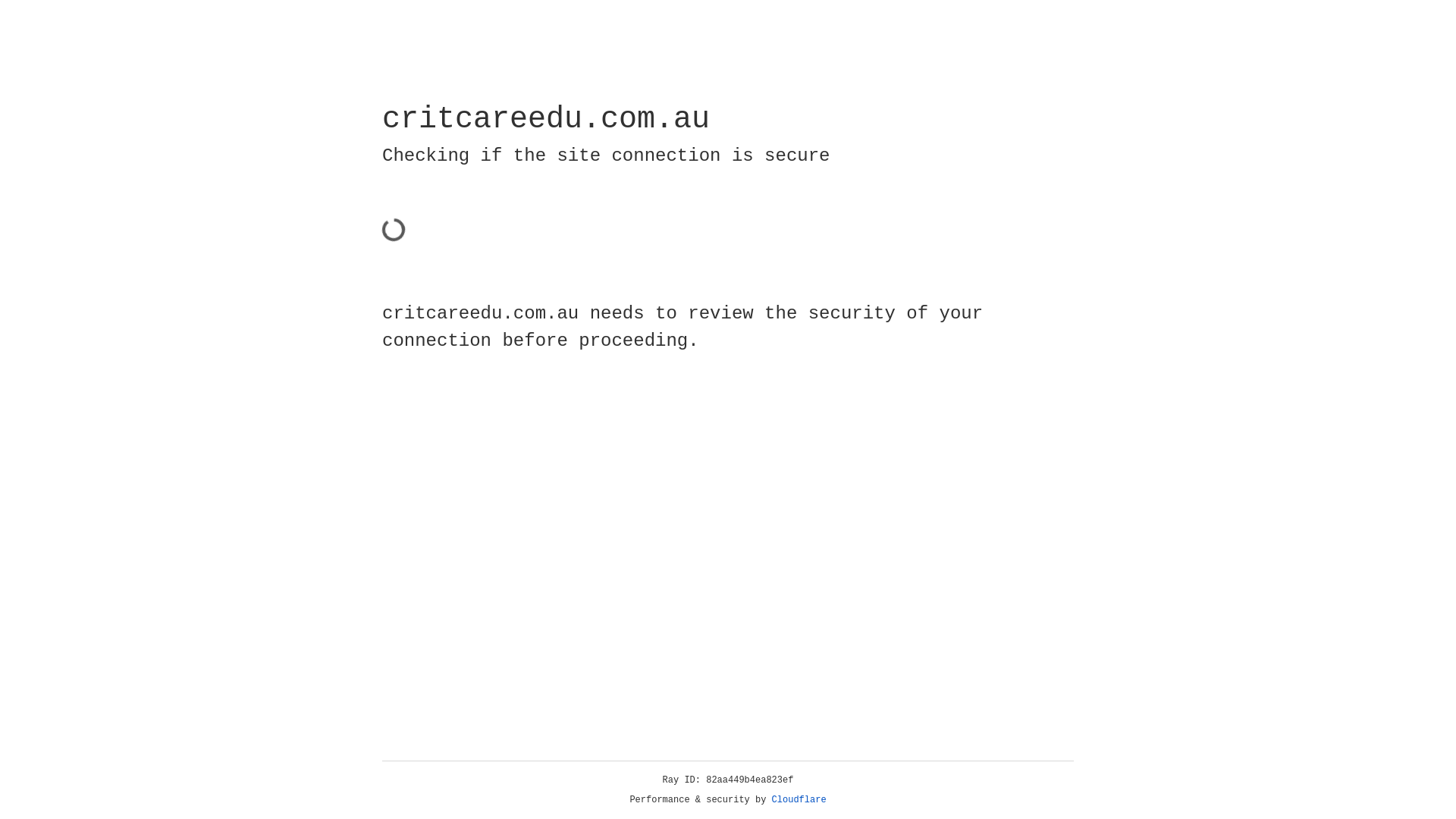 The image size is (1456, 819). I want to click on 'Cloudflare', so click(799, 799).